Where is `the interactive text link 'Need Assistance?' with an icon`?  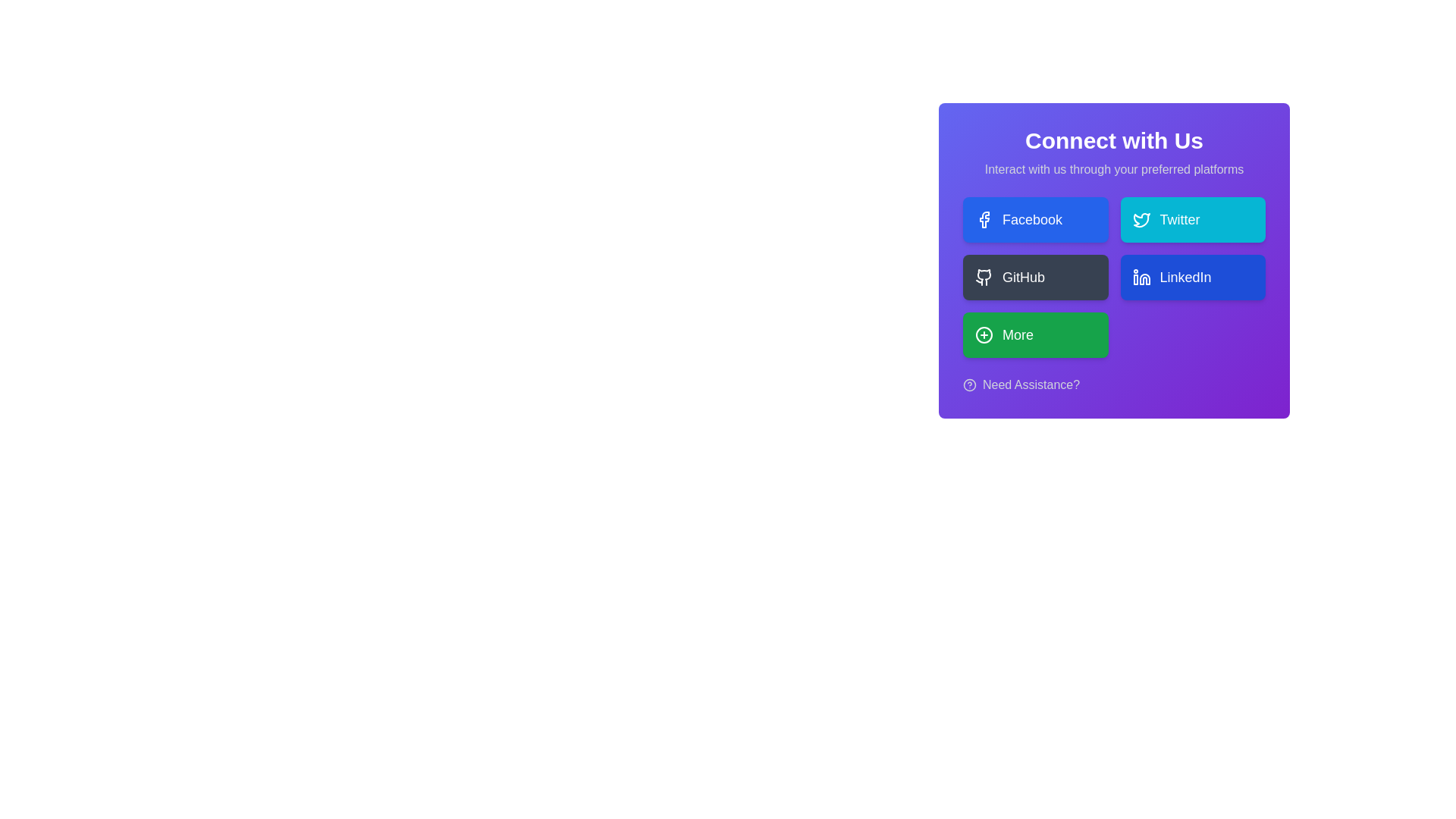 the interactive text link 'Need Assistance?' with an icon is located at coordinates (1021, 384).